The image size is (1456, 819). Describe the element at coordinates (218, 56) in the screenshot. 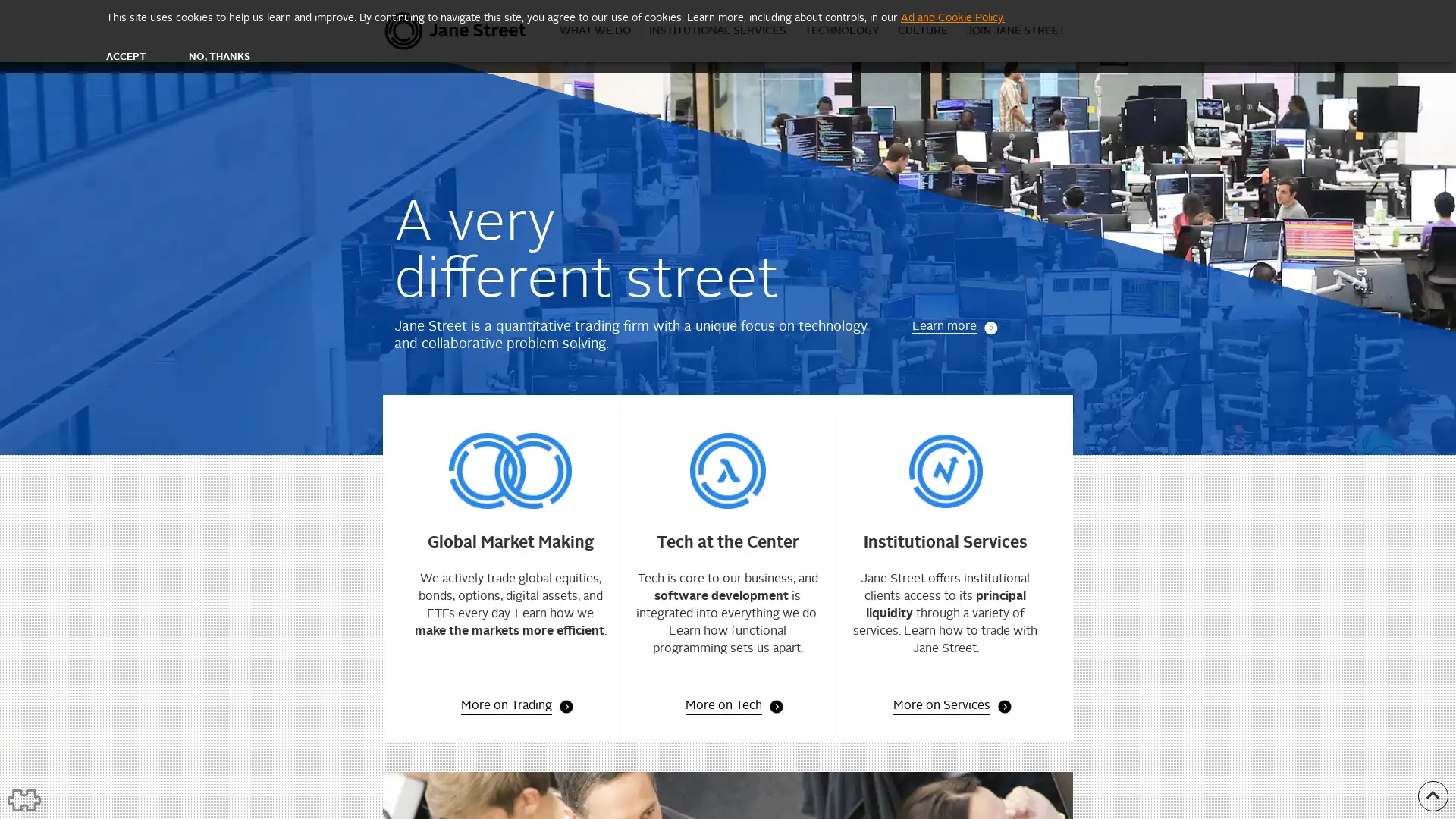

I see `deny cookies` at that location.